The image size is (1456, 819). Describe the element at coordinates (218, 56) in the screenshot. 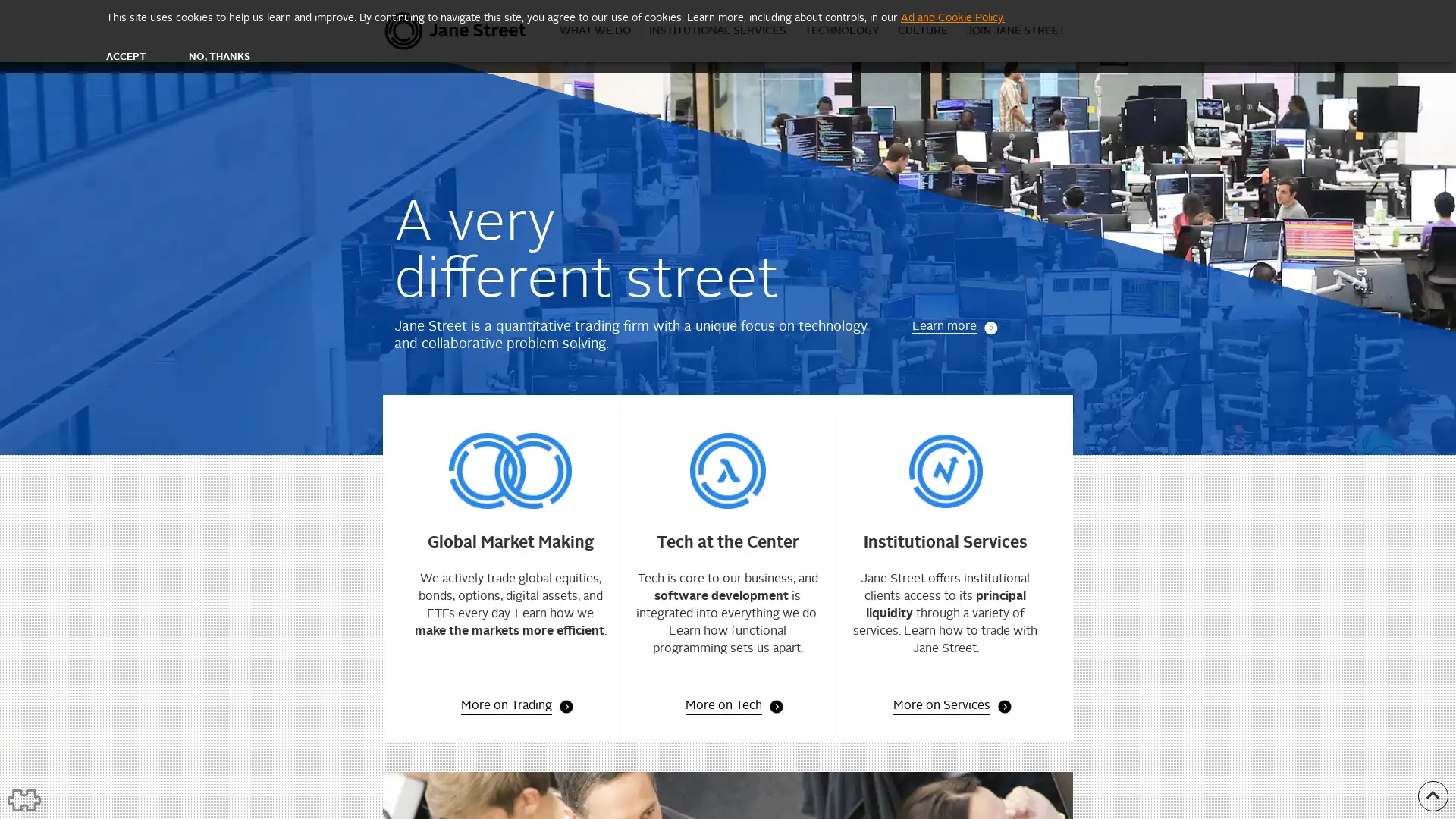

I see `deny cookies` at that location.